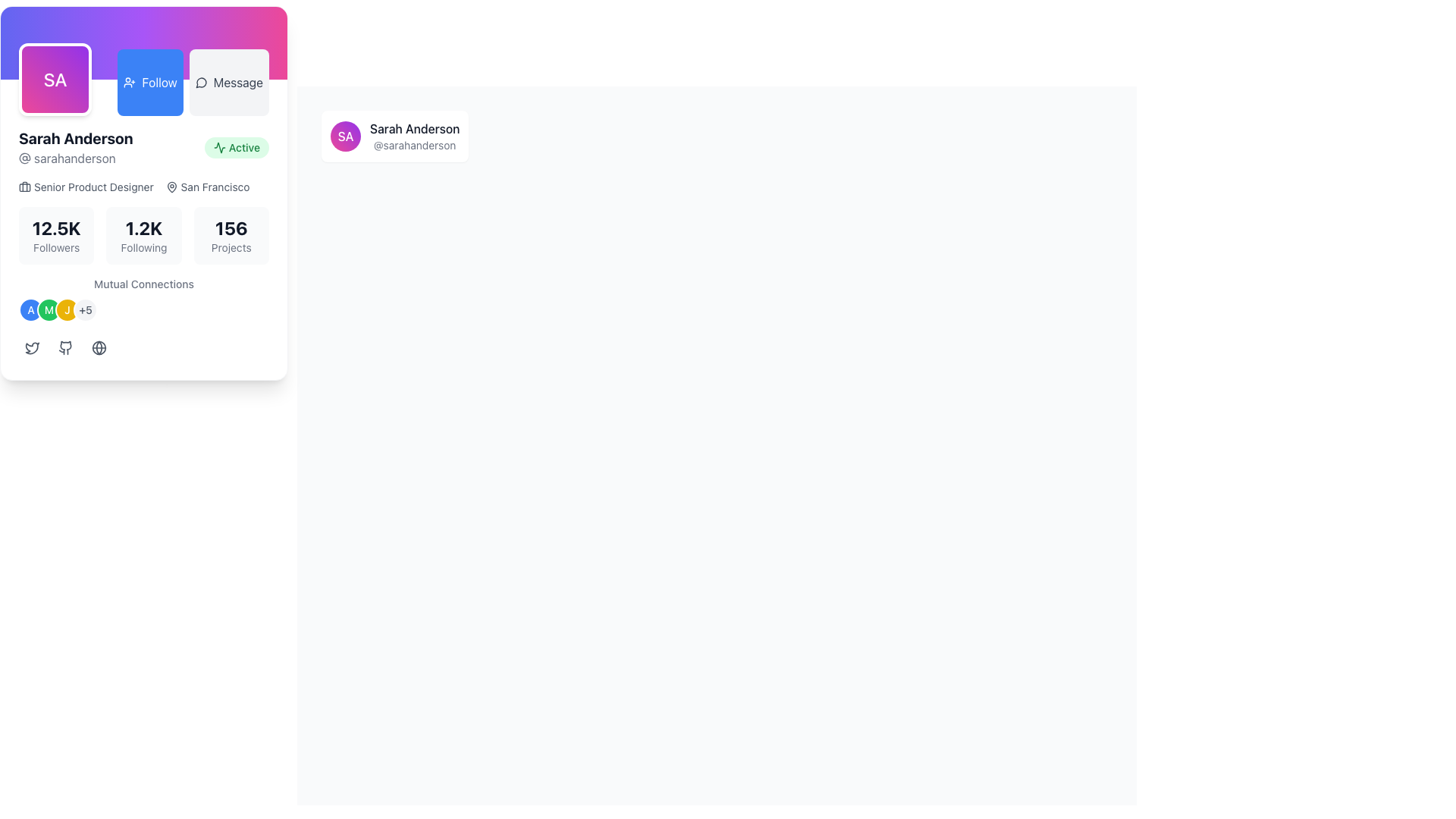  What do you see at coordinates (64, 348) in the screenshot?
I see `the GitHub icon located at the bottom of the user's profile dialog box` at bounding box center [64, 348].